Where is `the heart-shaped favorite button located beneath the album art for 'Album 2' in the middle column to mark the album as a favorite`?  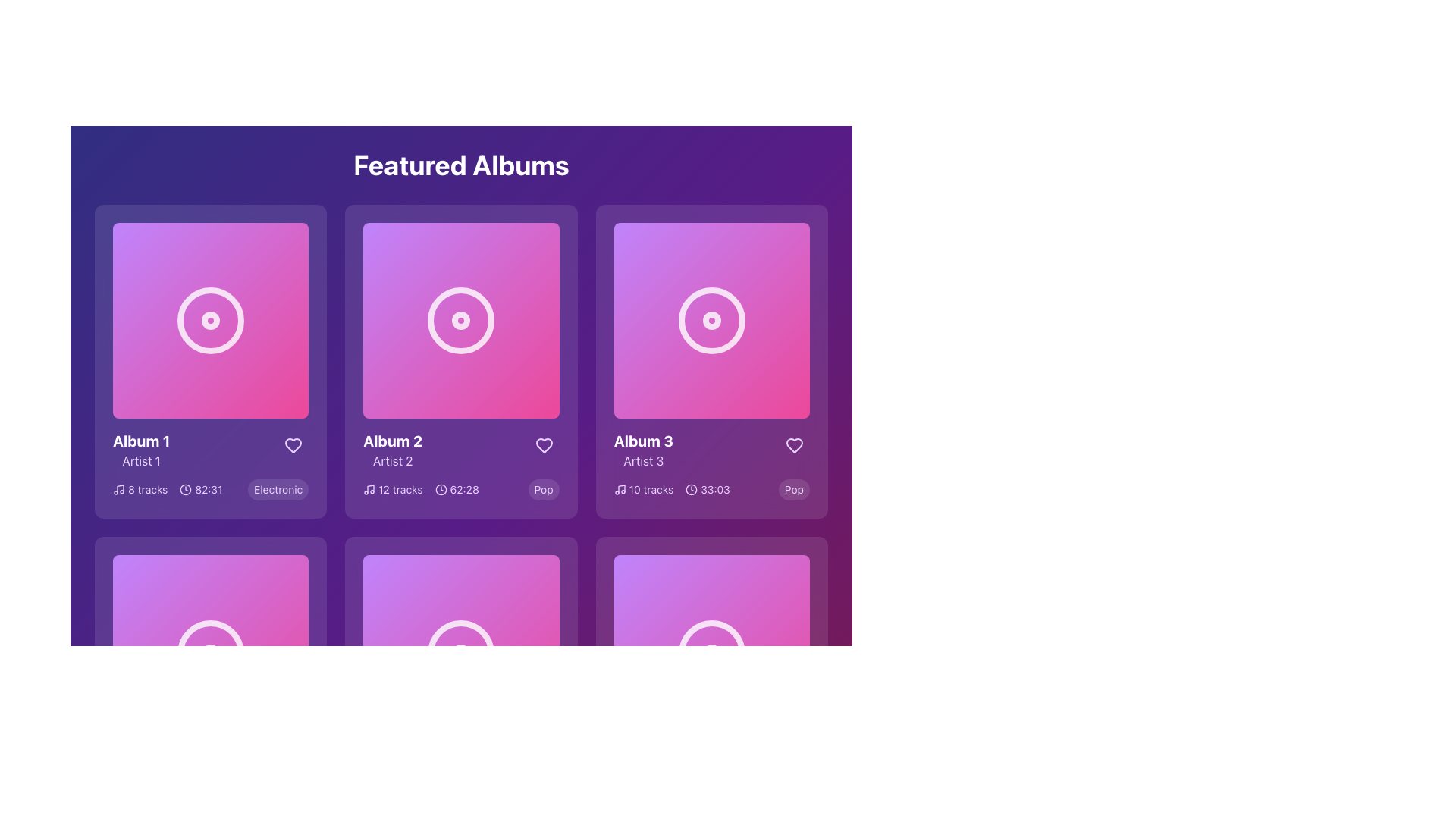 the heart-shaped favorite button located beneath the album art for 'Album 2' in the middle column to mark the album as a favorite is located at coordinates (544, 445).